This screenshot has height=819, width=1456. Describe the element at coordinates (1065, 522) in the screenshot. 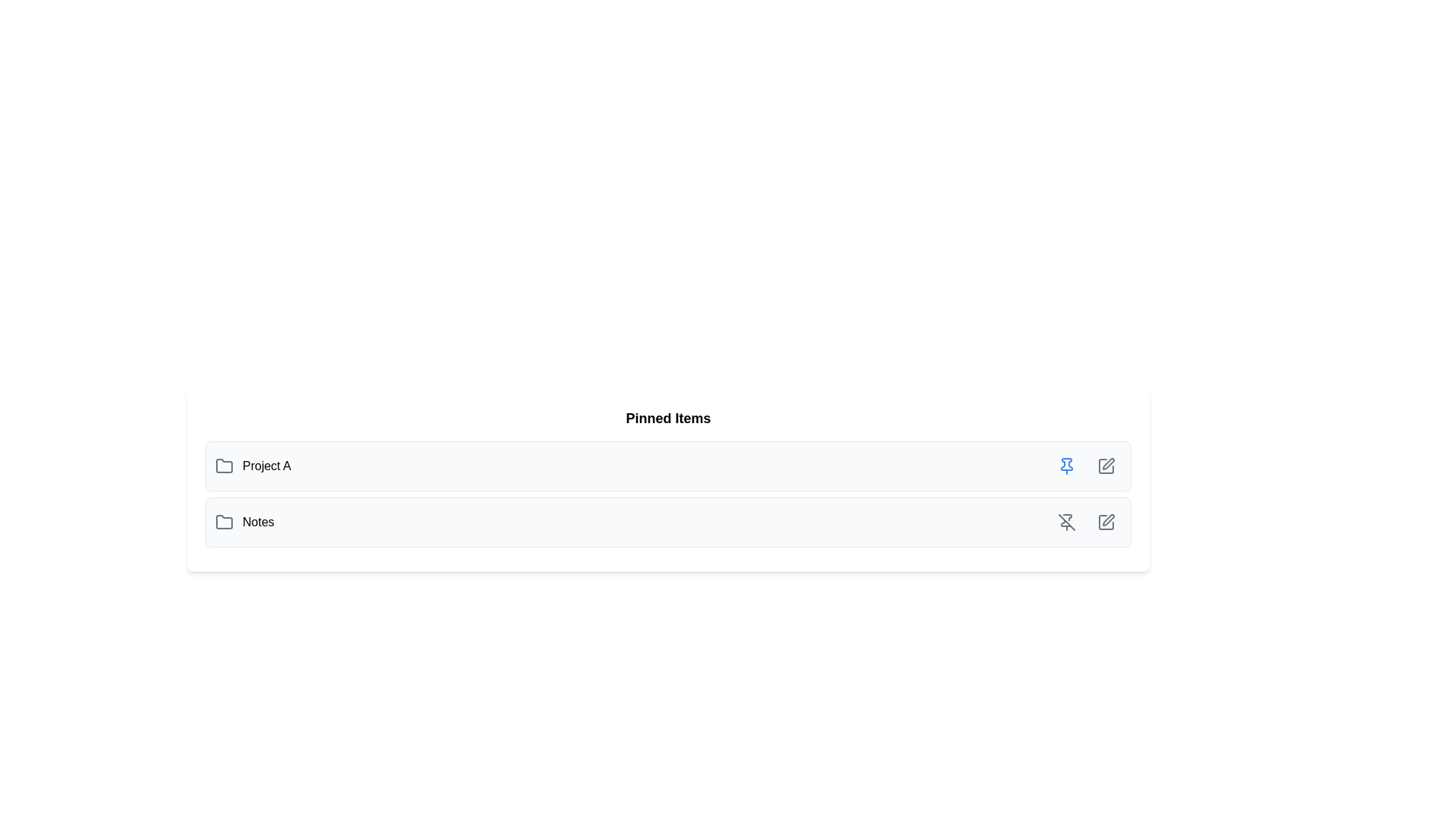

I see `the icon button styled as a diagonal line crossing a pin symbol, which is gray with a clear border, located in the second list item of a vertical layout, positioned as the leftmost icon among two right-aligned icons` at that location.